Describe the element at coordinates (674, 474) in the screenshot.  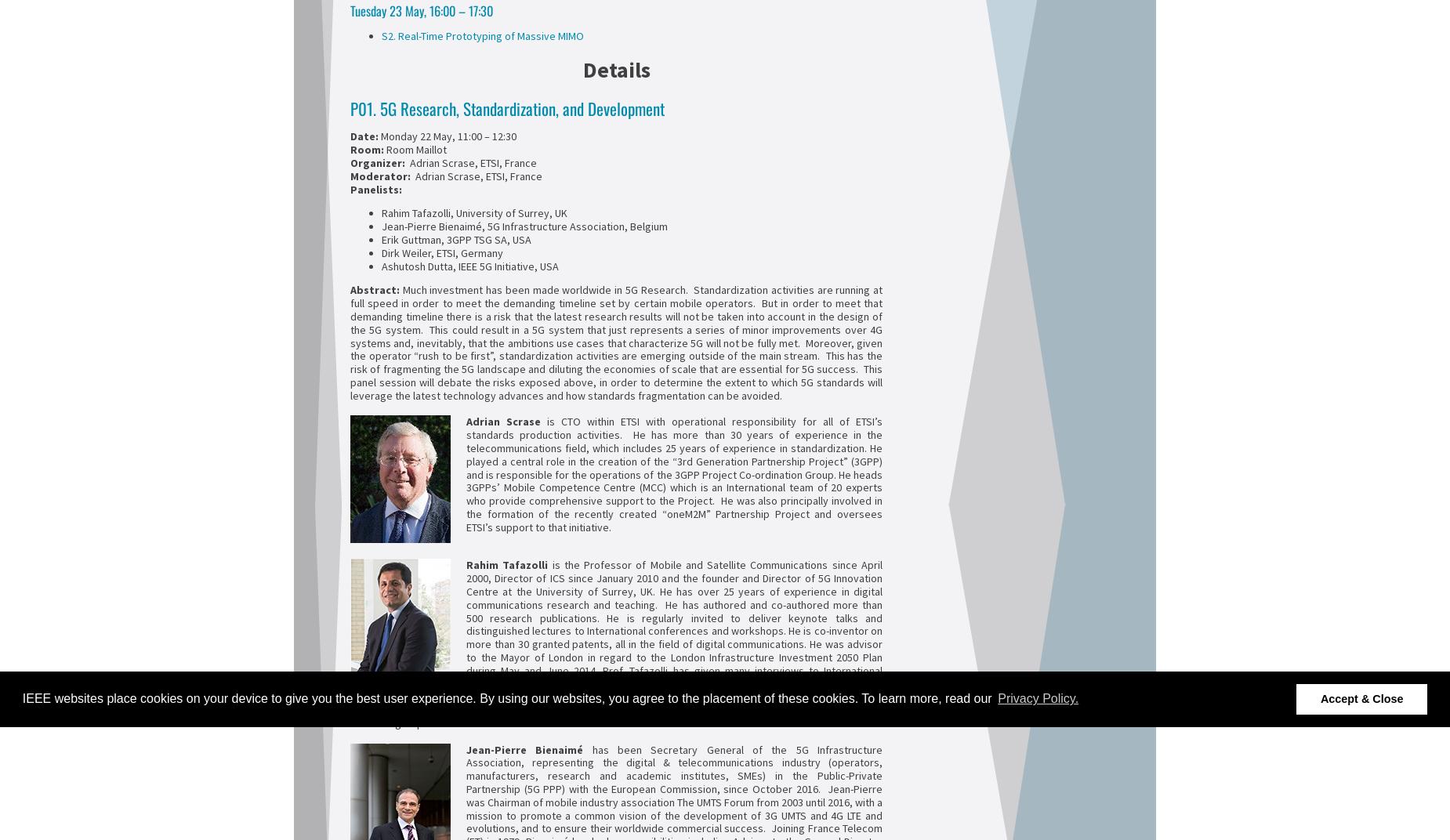
I see `'is CTO within ETSI with operational responsibility for all of ETSI’s standards production activities.  He has more than 30 years of experience in the telecommunications field, which includes 25 years of experience in standardization. He played a central role in the creation of the “3rd Generation Partnership Project” (3GPP) and is responsible for the operations of the 3GPP Project Co-ordination Group. He heads 3GPPs’ Mobile Competence Centre (MCC) which is an International team of 20 experts who provide comprehensive support to the Project.  He was also principally involved in the formation of the recently created “oneM2M” Partnership Project and oversees ETSI’s support to that initiative.'` at that location.